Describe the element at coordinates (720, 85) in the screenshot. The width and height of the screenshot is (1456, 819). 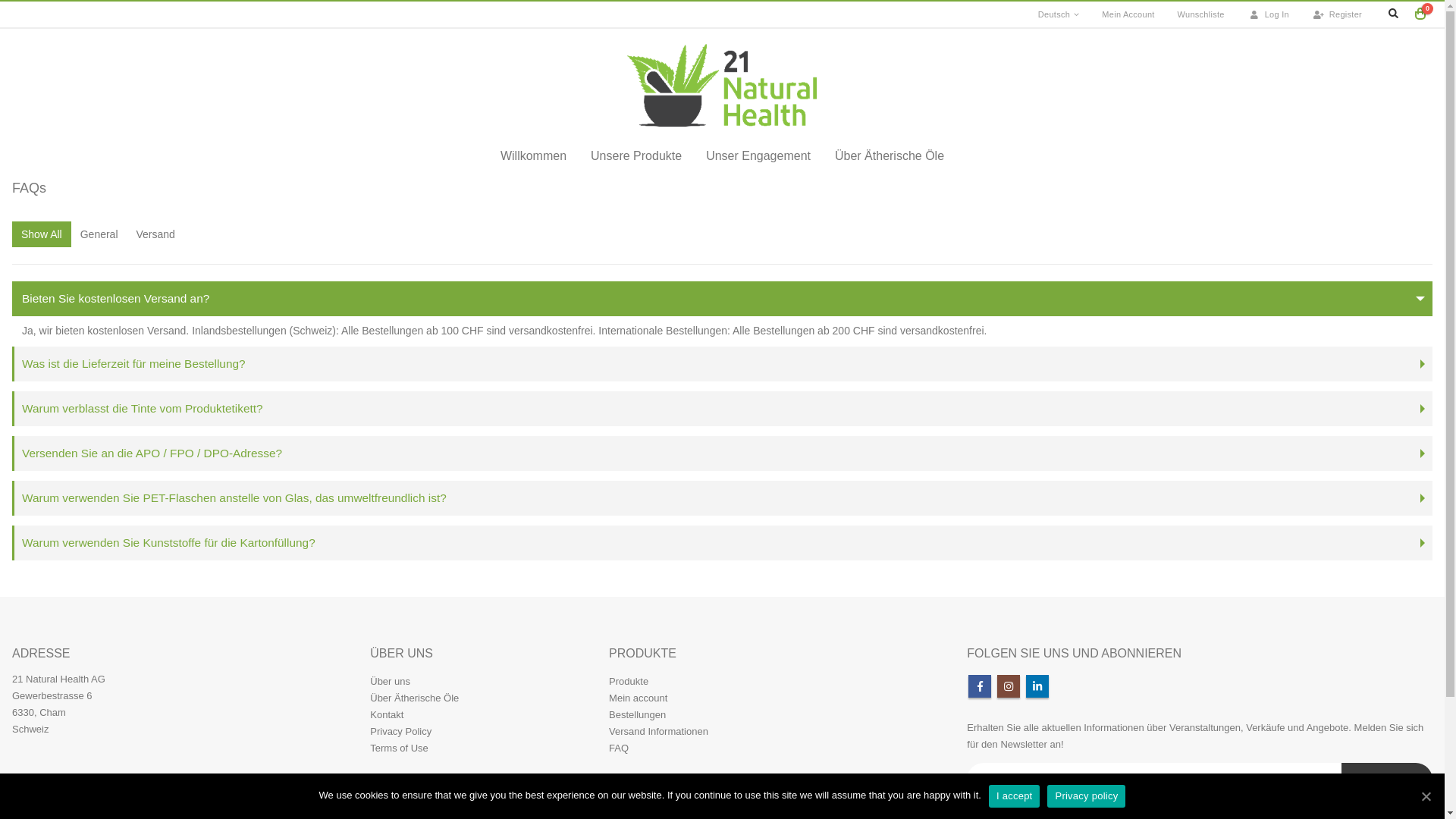
I see `'21 Natural Health - Pure and Powerful'` at that location.